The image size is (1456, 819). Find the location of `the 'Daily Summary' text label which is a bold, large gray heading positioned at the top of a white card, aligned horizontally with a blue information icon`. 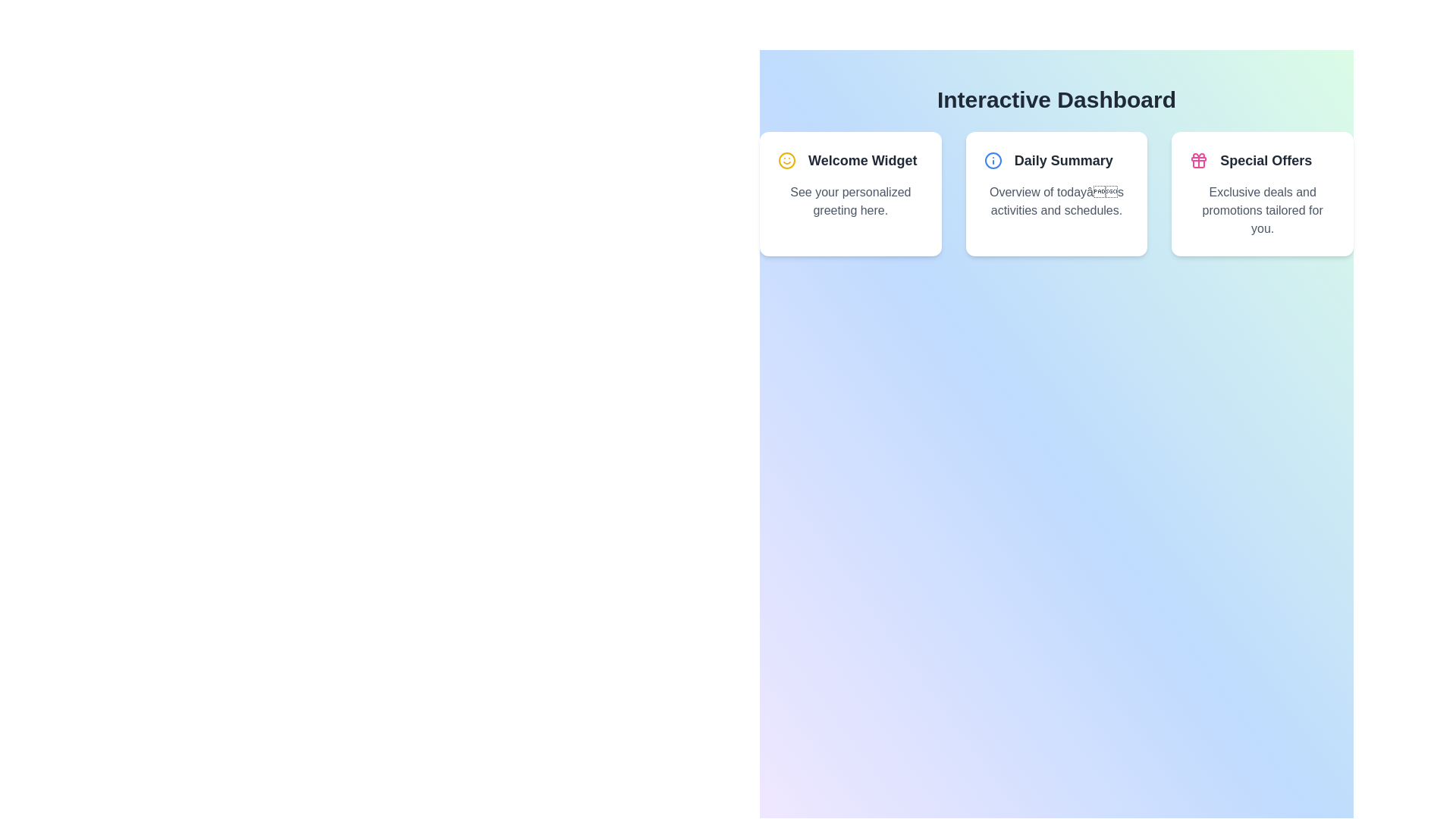

the 'Daily Summary' text label which is a bold, large gray heading positioned at the top of a white card, aligned horizontally with a blue information icon is located at coordinates (1056, 161).